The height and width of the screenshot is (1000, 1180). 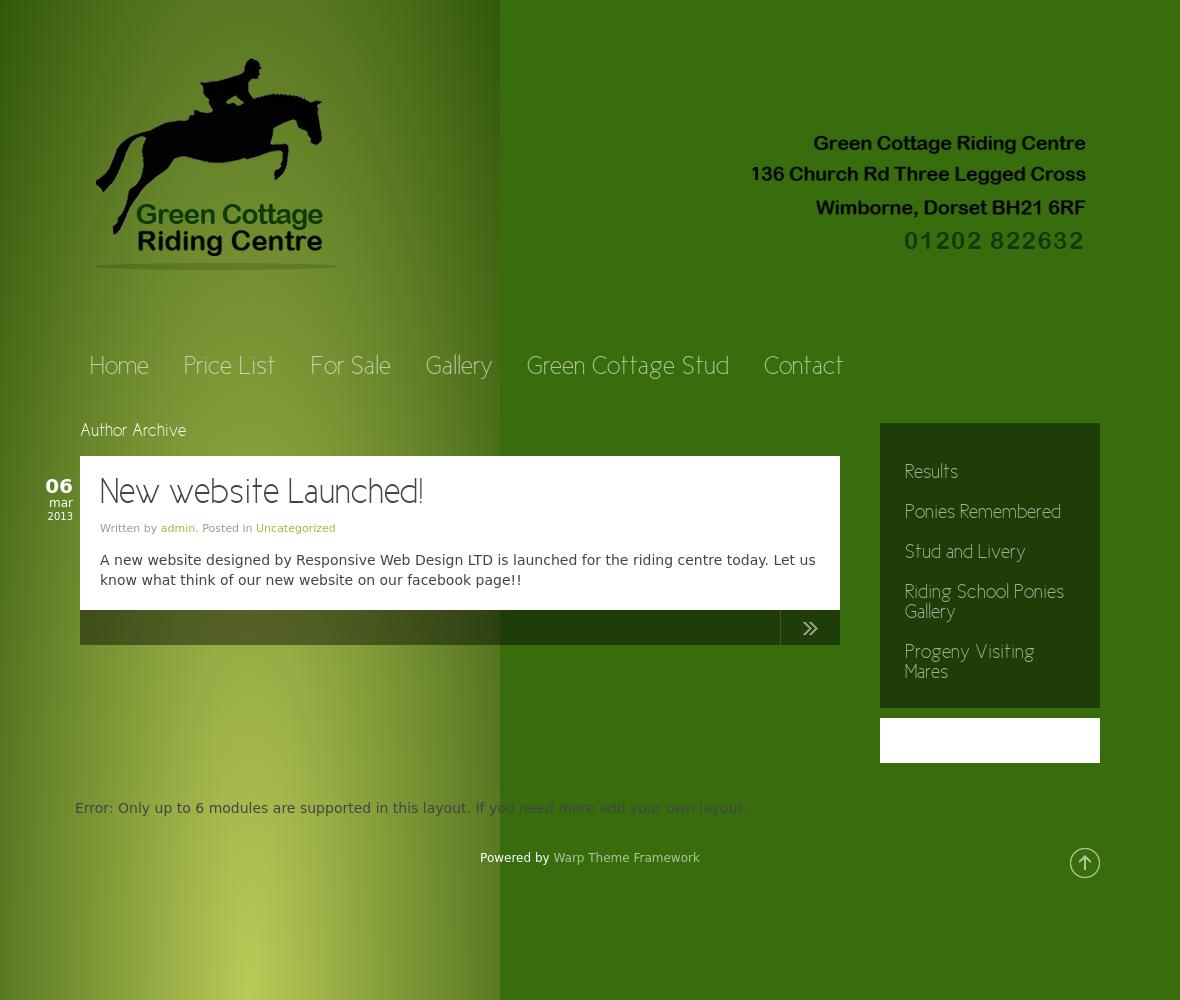 I want to click on 'A new website designed by Responsive Web Design LTD is launched for the riding centre today. Let us know what think of our new website on our facebook page!!', so click(x=98, y=569).